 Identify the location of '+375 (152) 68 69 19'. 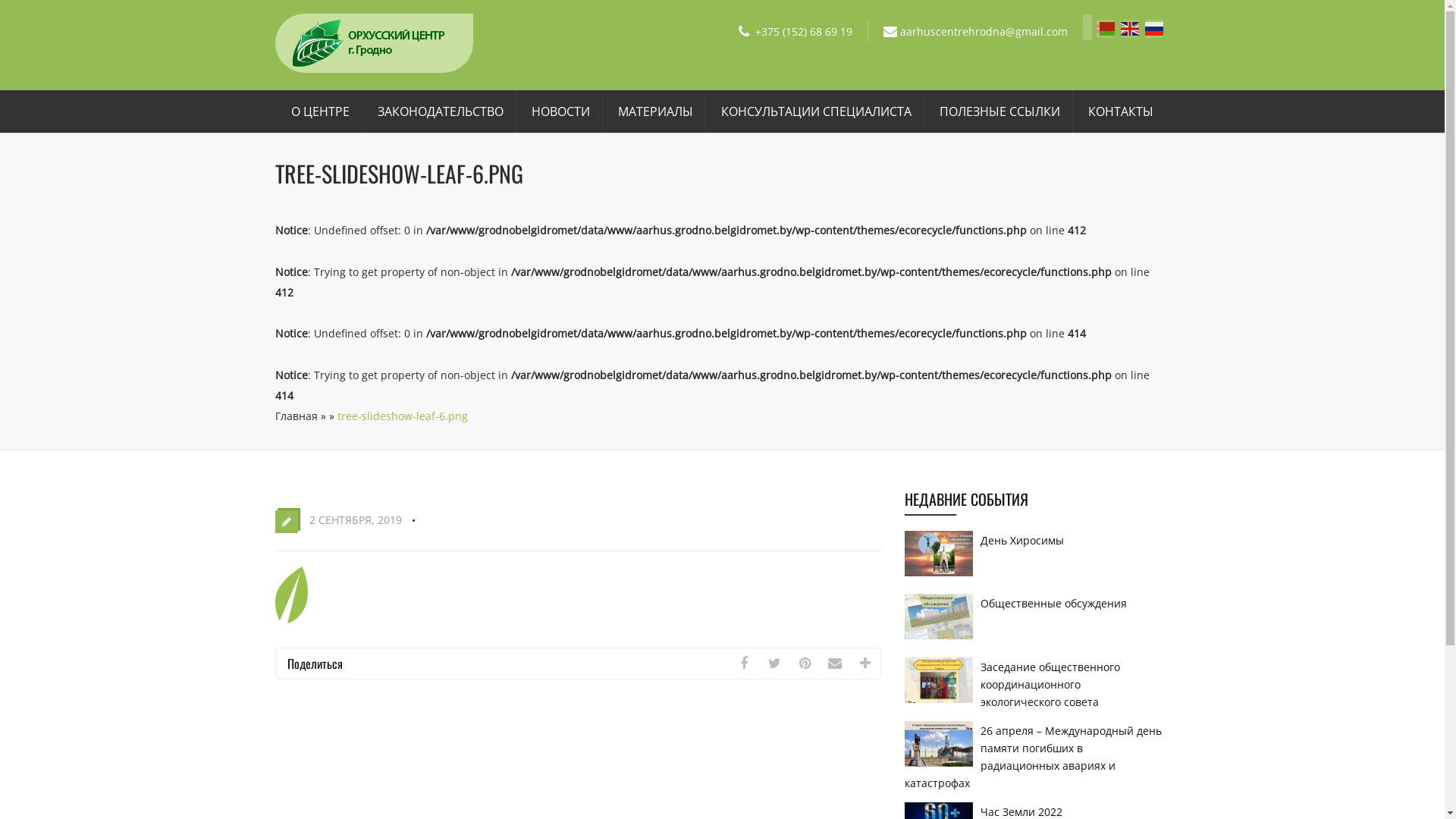
(755, 31).